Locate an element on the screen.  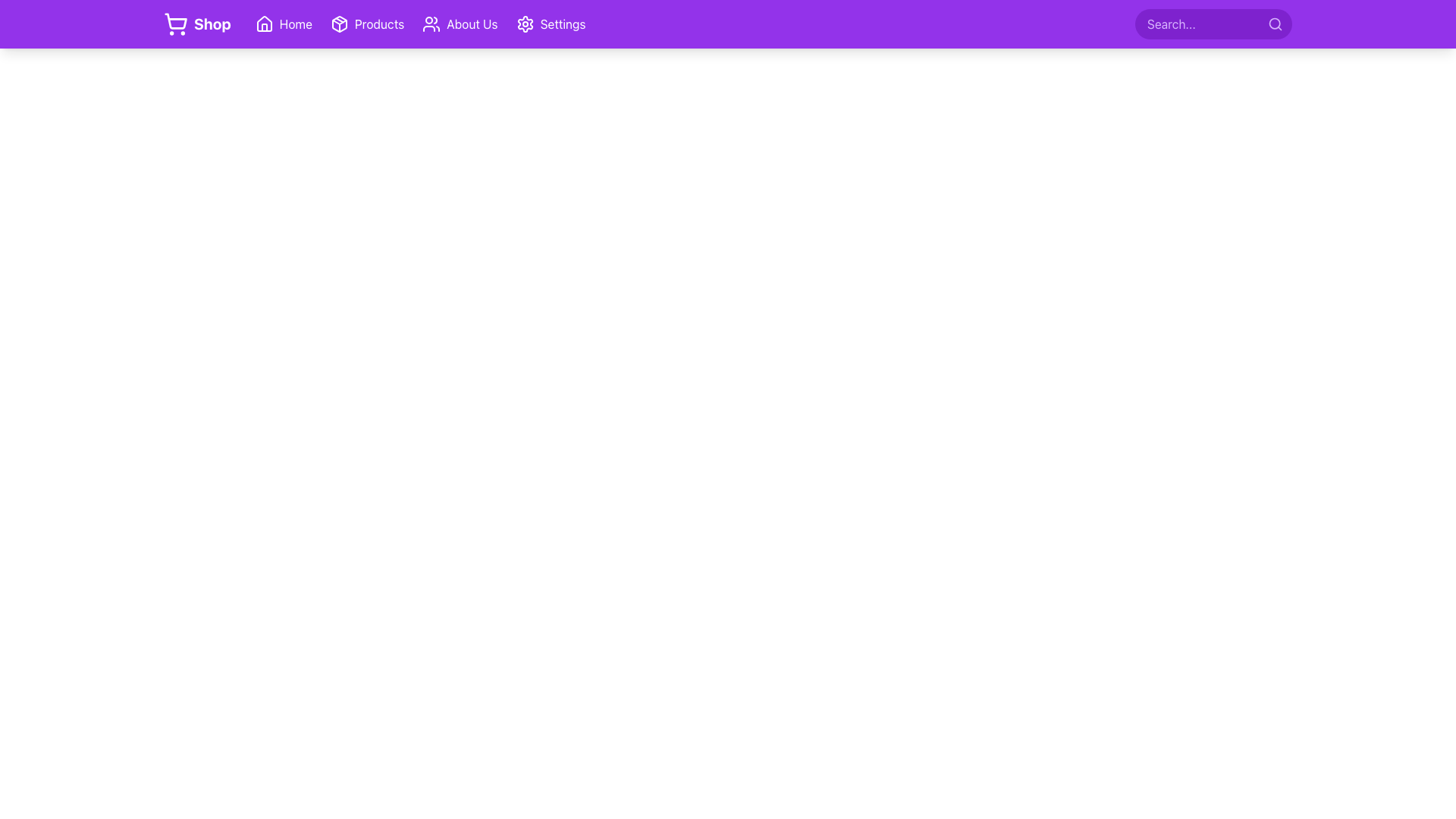
the navigation button located at the top of the page, which directs the user to the shop section of the application is located at coordinates (196, 24).